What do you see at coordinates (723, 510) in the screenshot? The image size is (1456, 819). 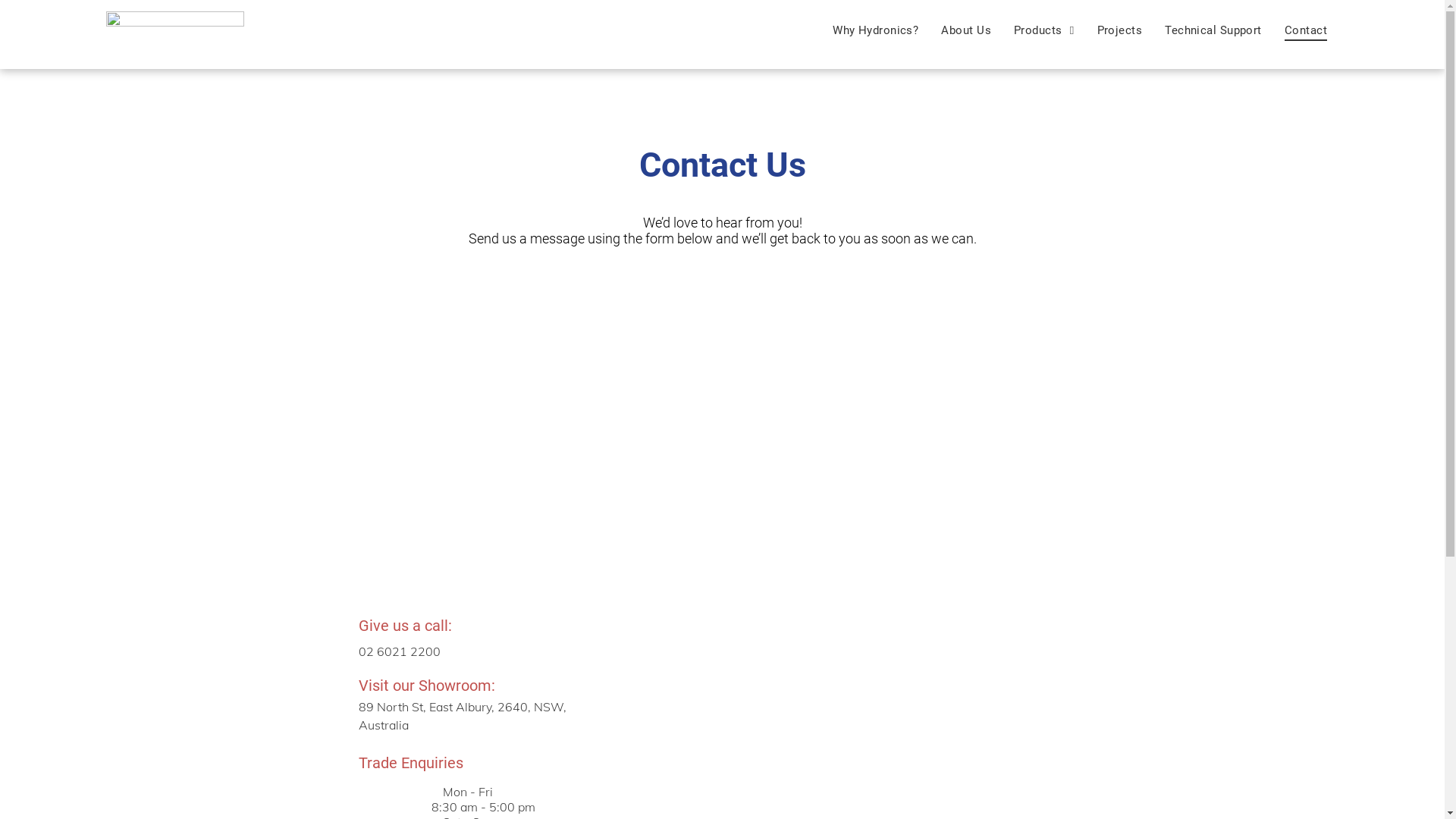 I see `'Submit'` at bounding box center [723, 510].